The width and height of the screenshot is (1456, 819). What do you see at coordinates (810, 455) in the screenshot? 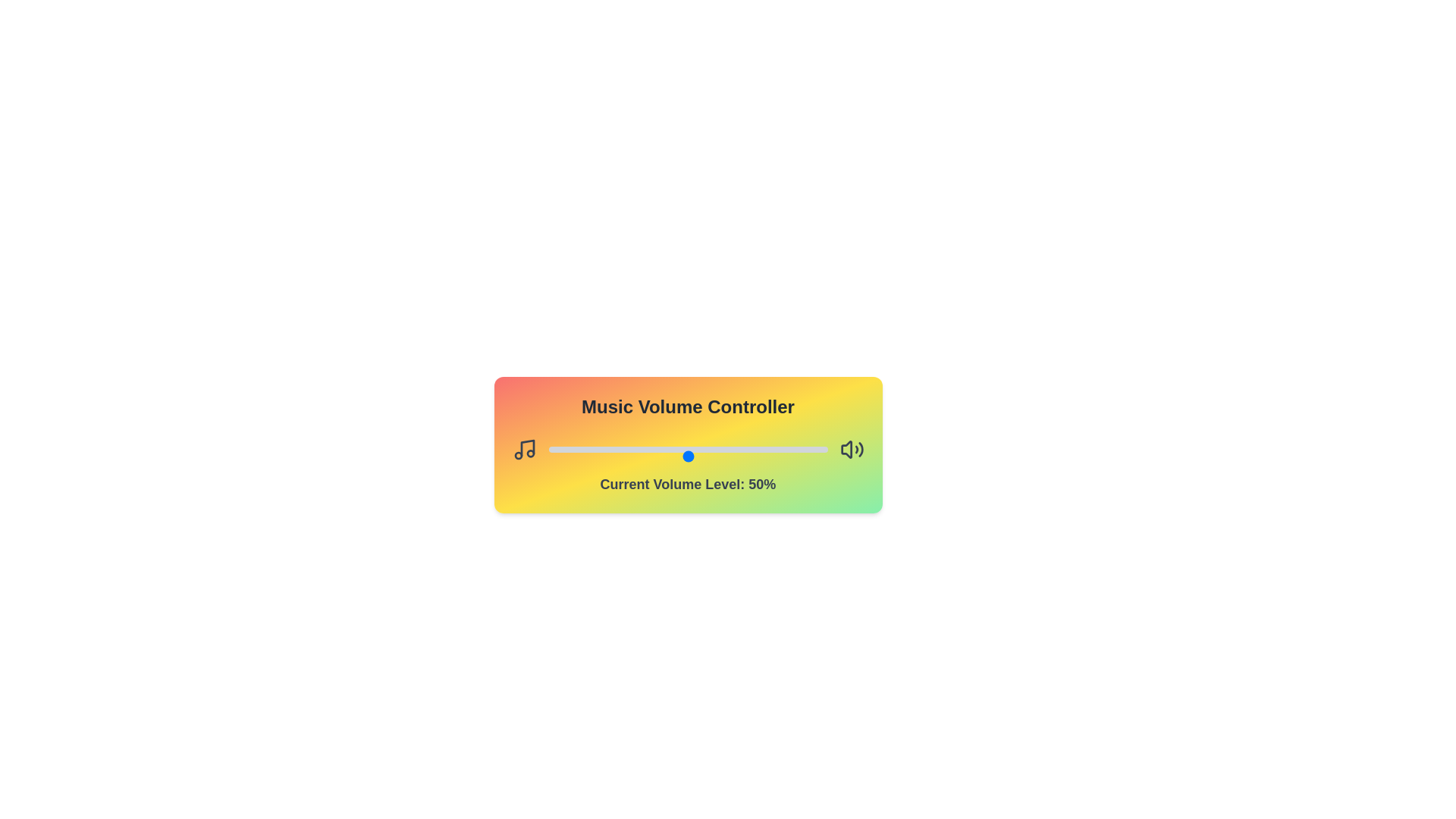
I see `the volume slider to 94%` at bounding box center [810, 455].